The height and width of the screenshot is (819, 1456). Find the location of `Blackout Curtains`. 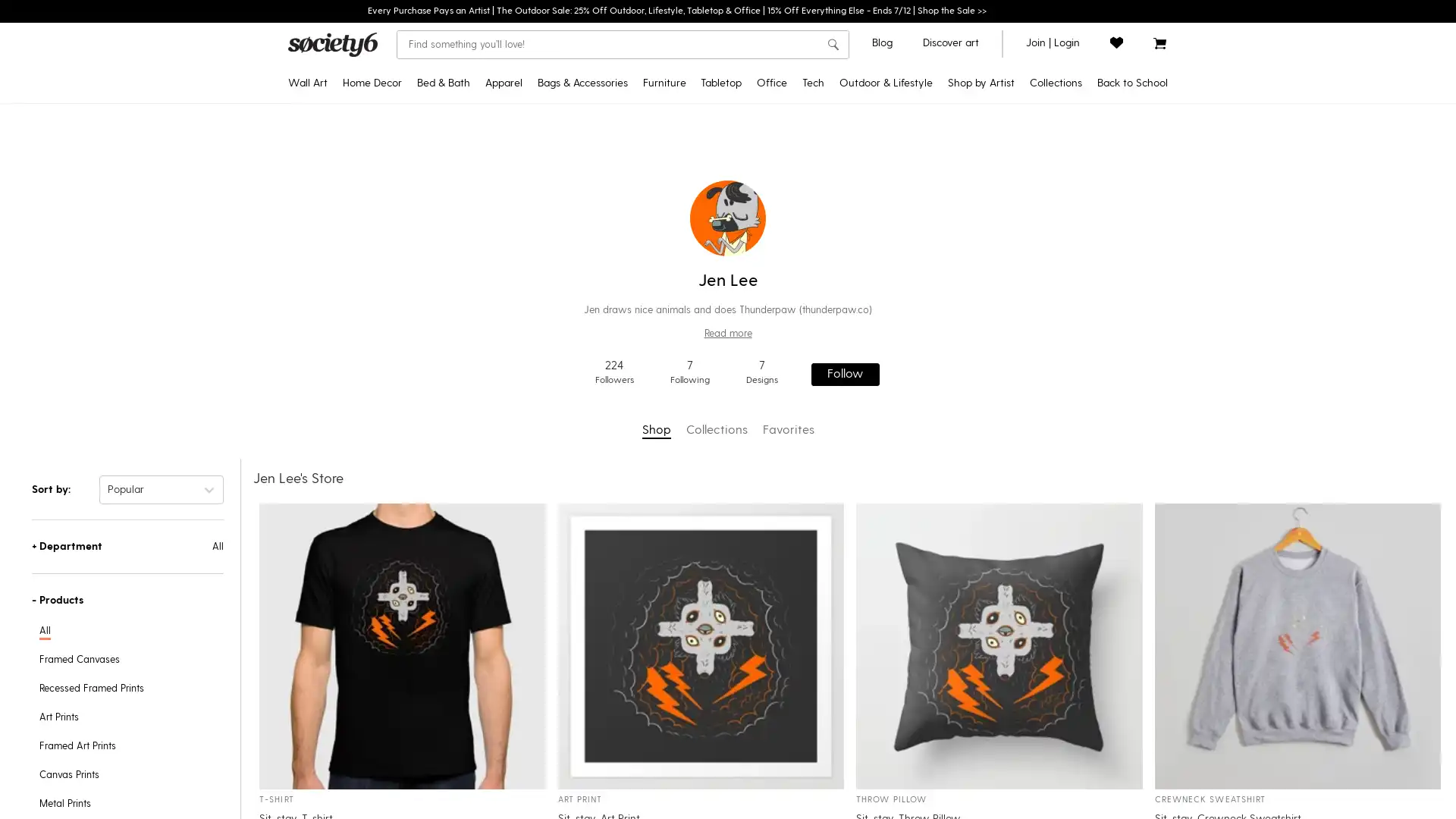

Blackout Curtains is located at coordinates (400, 243).